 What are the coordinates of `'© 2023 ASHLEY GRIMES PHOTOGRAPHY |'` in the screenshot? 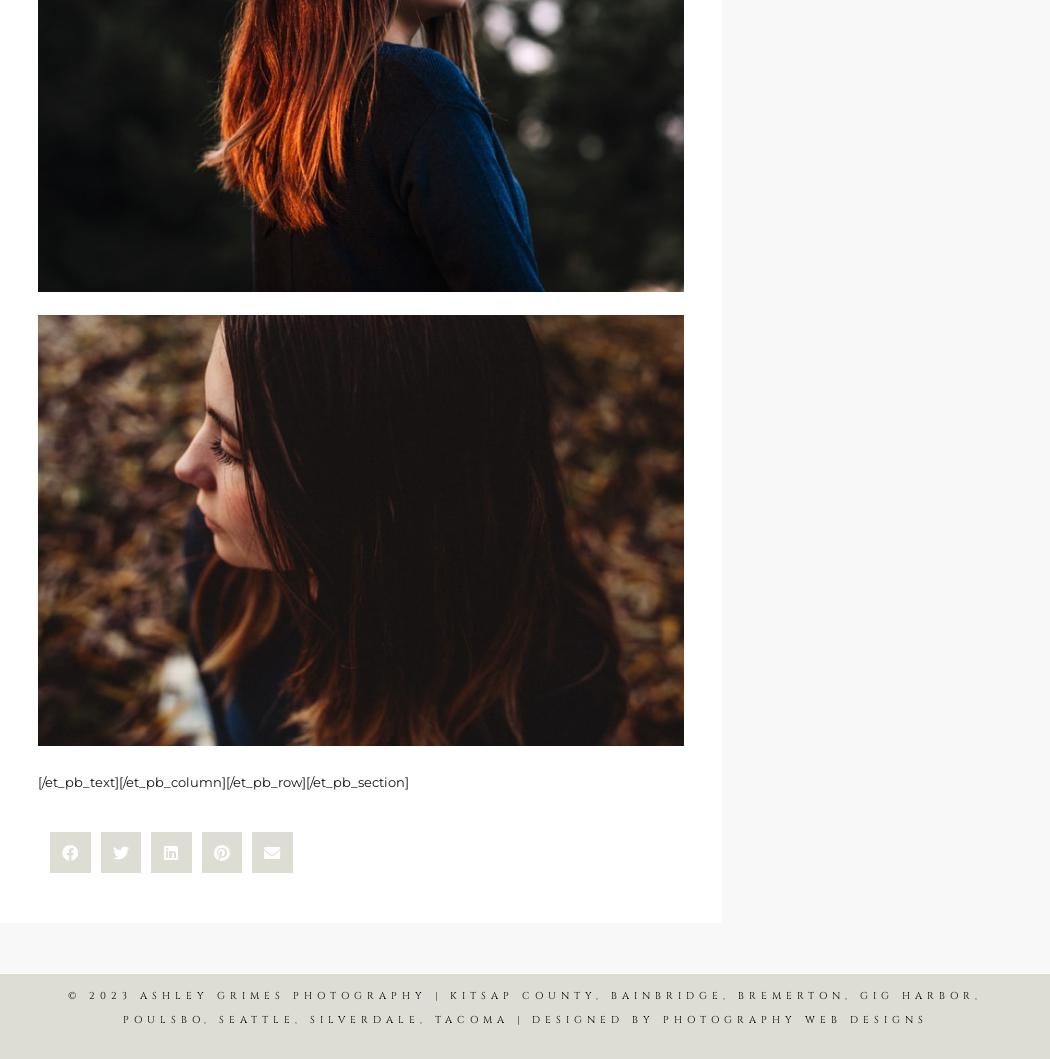 It's located at (259, 994).